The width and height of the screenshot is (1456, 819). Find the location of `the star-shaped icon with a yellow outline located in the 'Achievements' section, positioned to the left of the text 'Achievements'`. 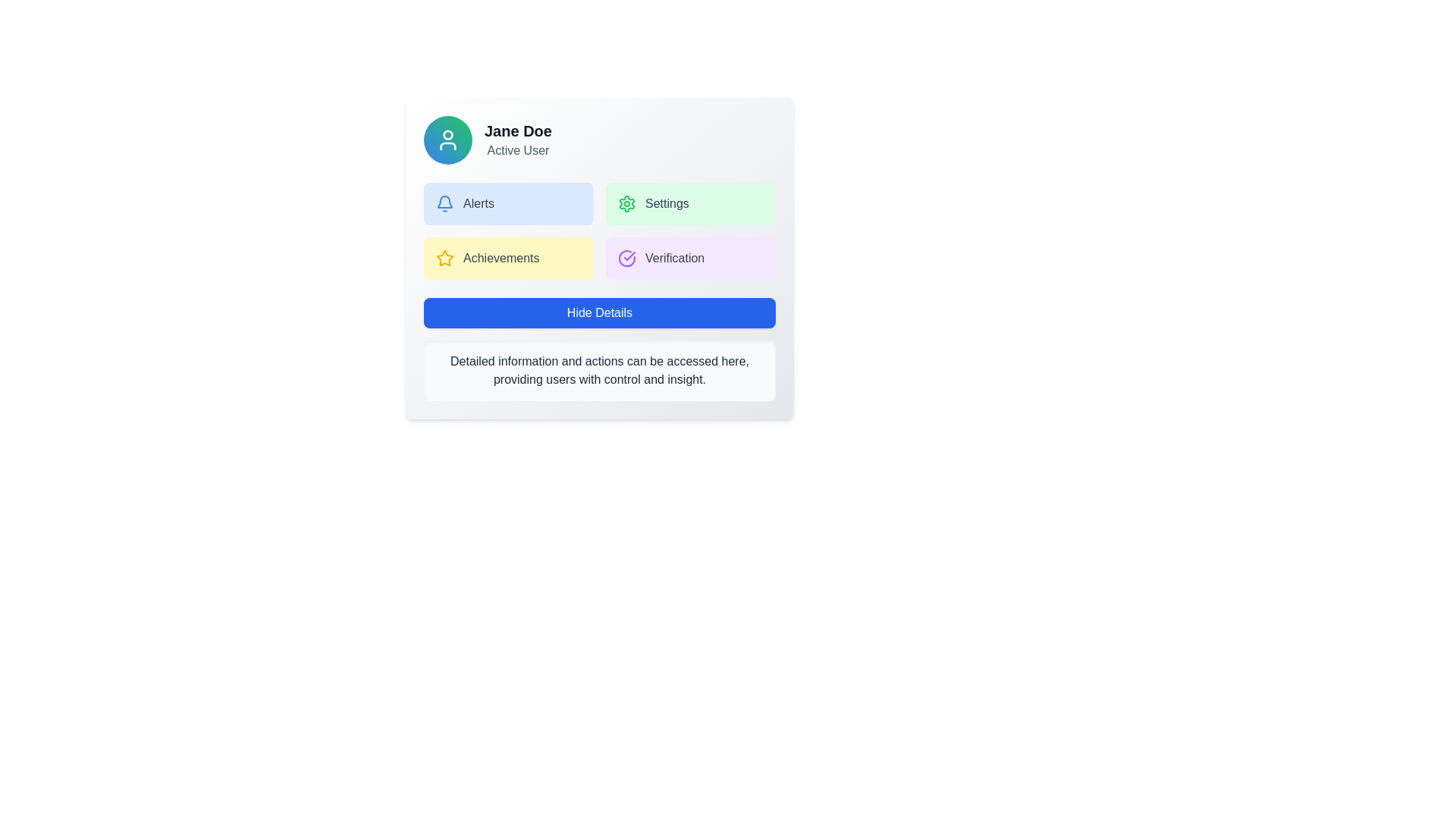

the star-shaped icon with a yellow outline located in the 'Achievements' section, positioned to the left of the text 'Achievements' is located at coordinates (444, 257).